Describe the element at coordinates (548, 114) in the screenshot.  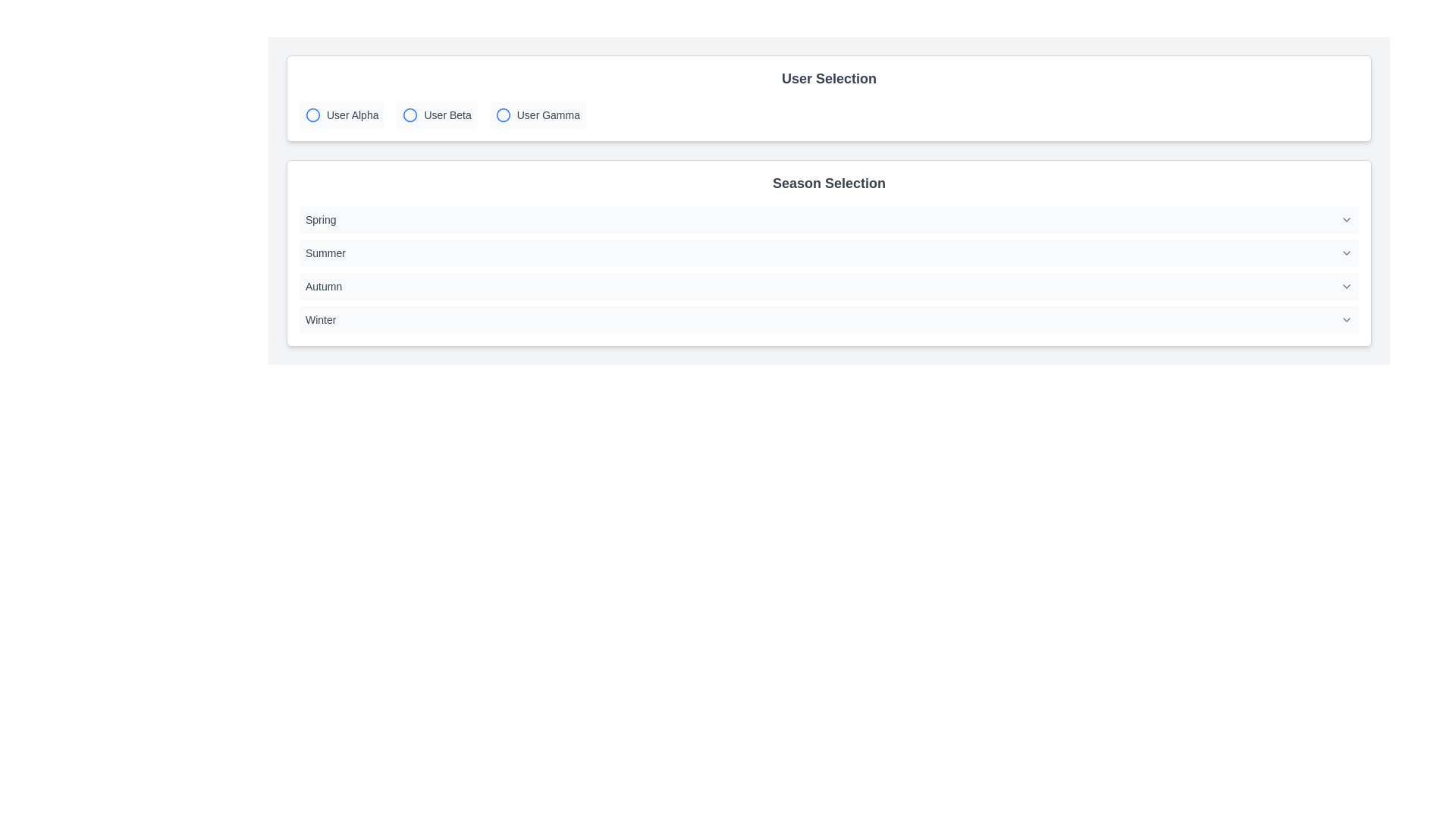
I see `the text label 'User Gamma' in a gray font style` at that location.